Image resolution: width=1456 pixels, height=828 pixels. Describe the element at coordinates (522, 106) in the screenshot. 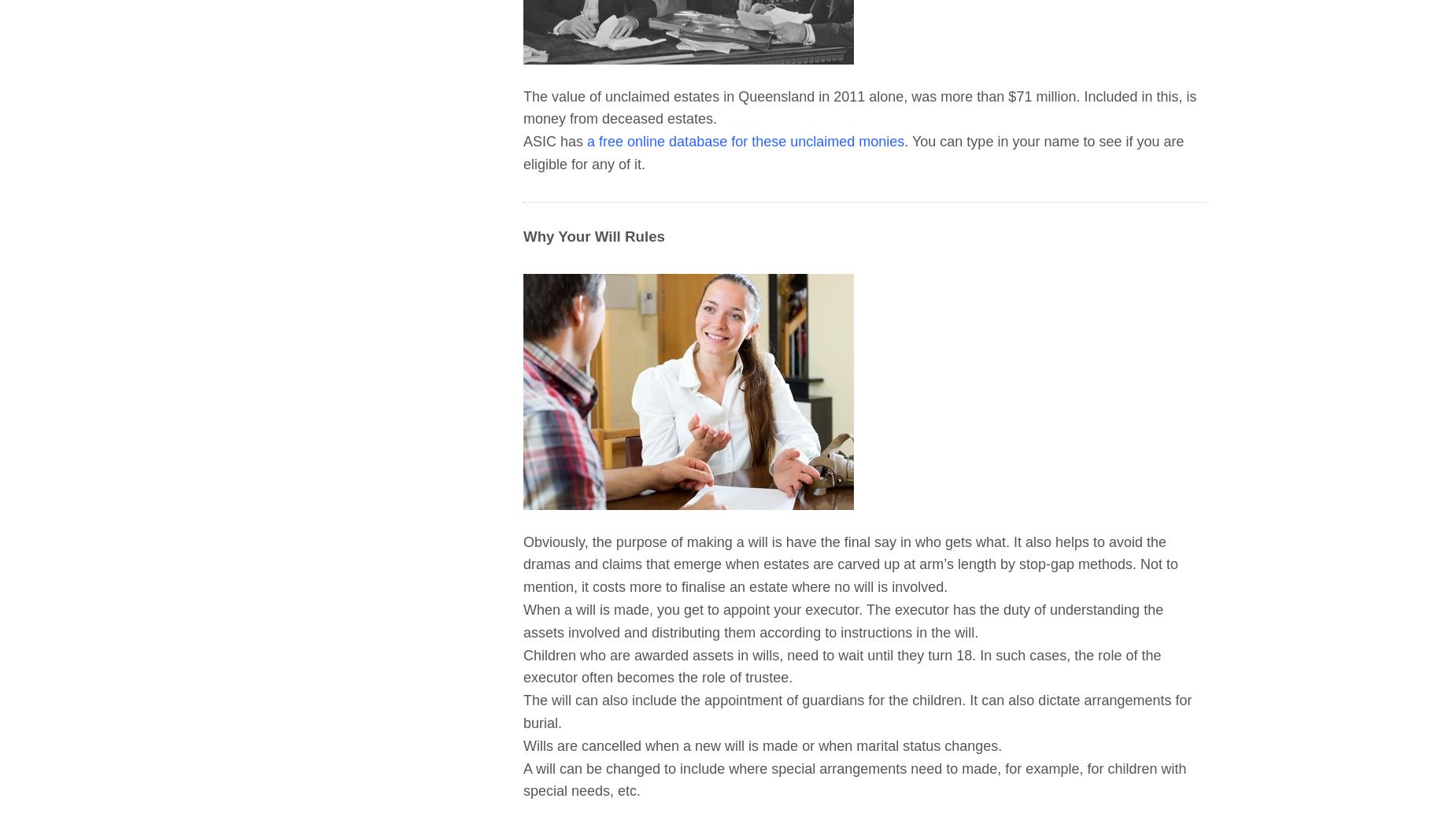

I see `'The value of unclaimed estates in Queensland in 2011 alone, was more than $71 million. Included in this, is money from deceased estates.'` at that location.